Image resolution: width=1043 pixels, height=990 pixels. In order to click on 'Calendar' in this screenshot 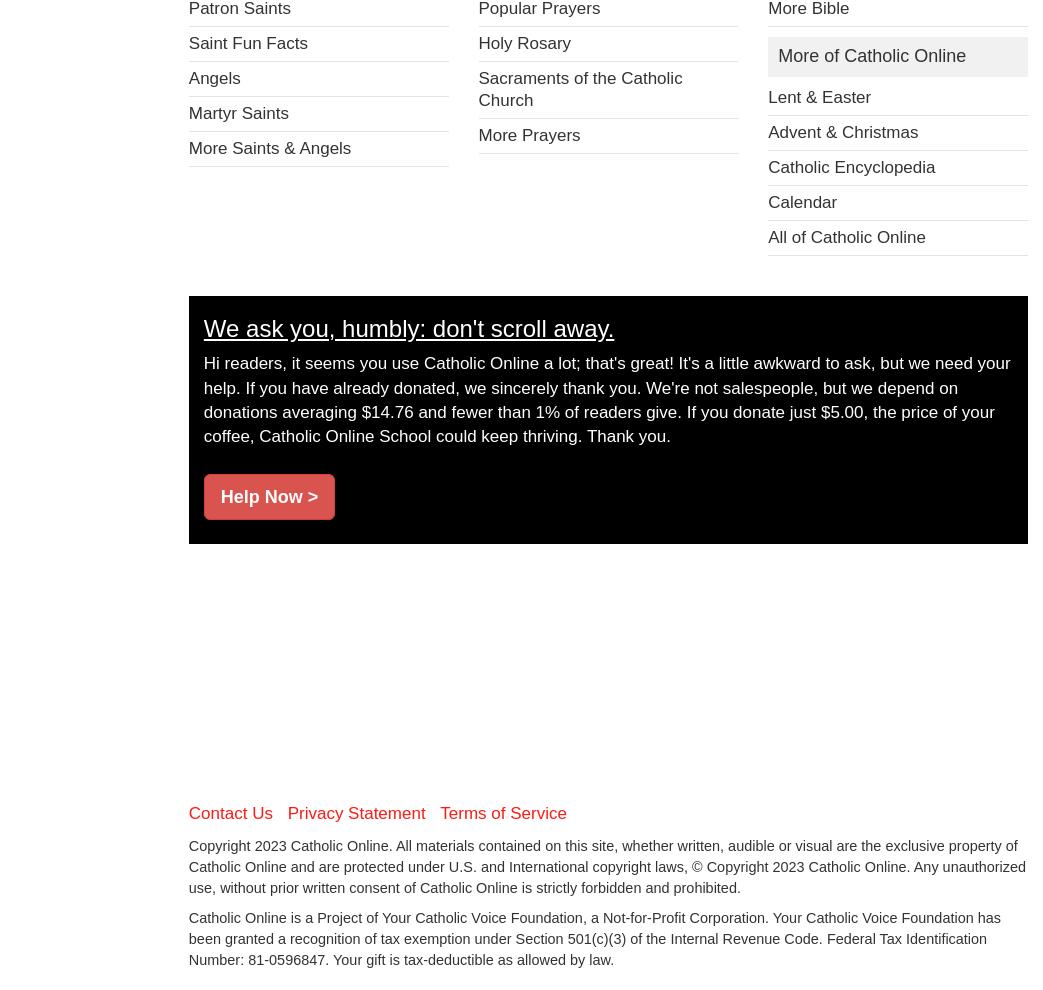, I will do `click(801, 200)`.